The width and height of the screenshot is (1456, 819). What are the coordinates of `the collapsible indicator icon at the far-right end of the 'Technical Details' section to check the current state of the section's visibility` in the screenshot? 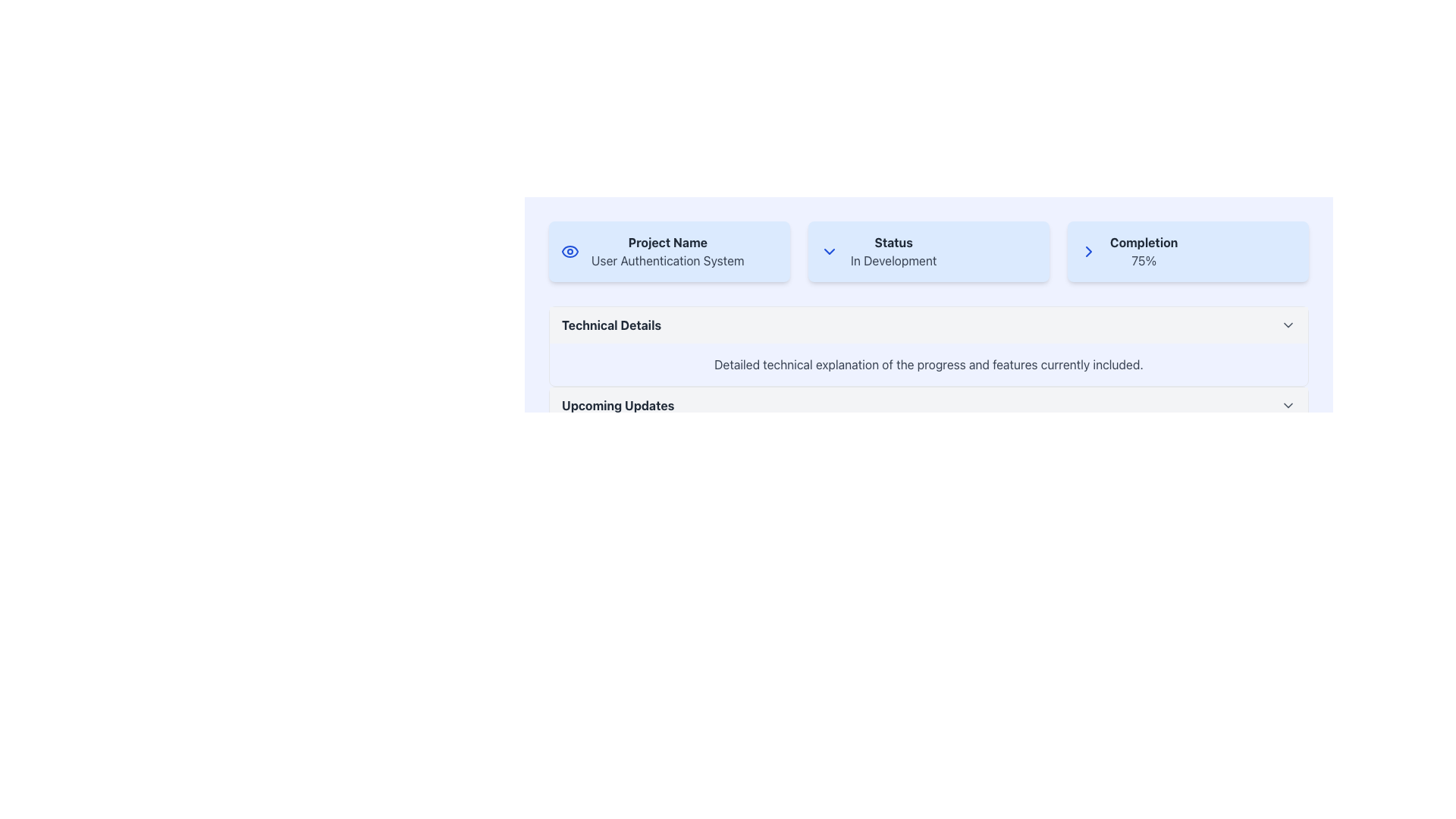 It's located at (1288, 324).